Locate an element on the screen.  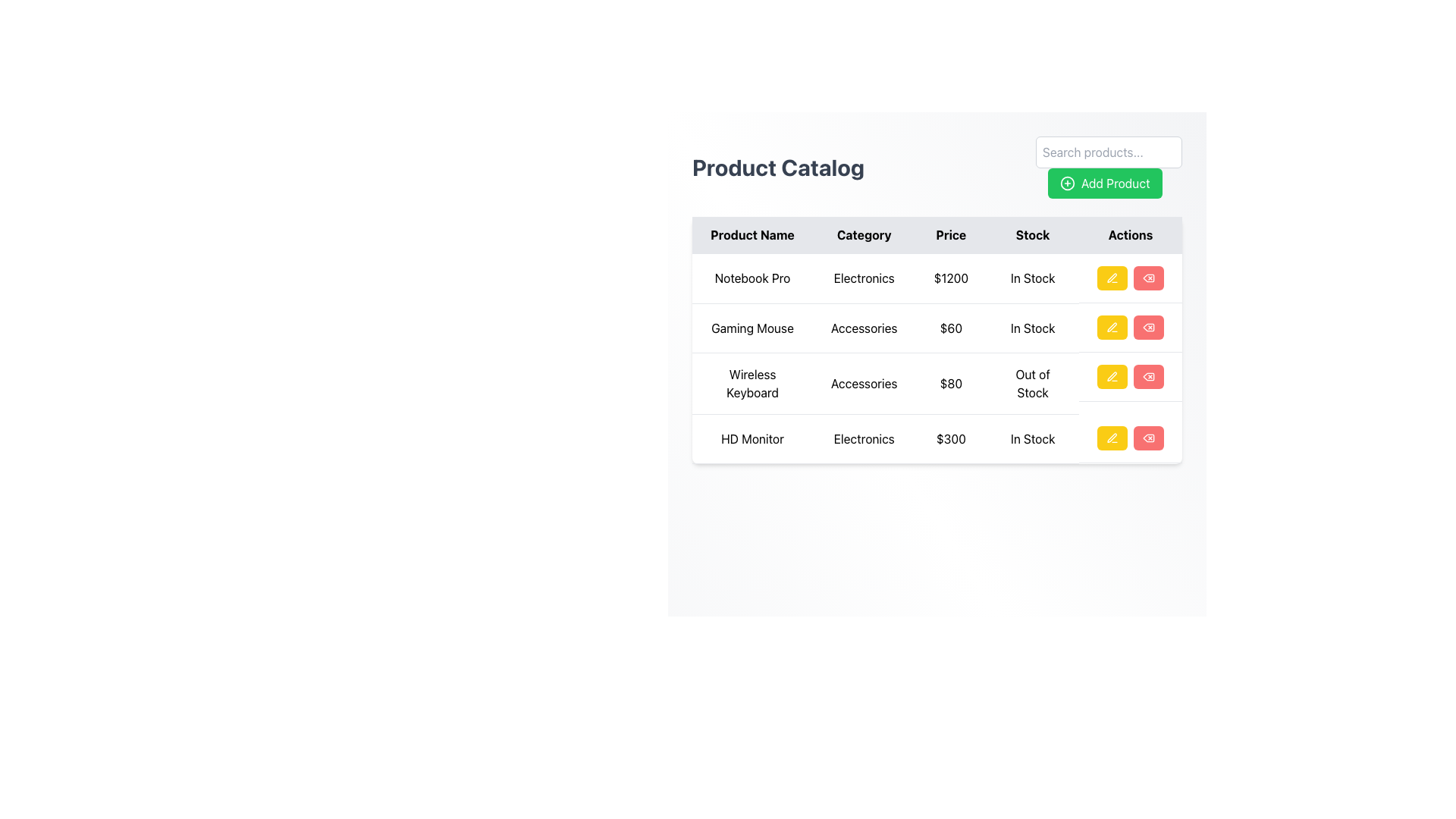
the edit icon button resembling a pen or pencil with a yellow background located on the right side of the 'Wireless Keyboard' product row in the 'Actions' column is located at coordinates (1112, 278).